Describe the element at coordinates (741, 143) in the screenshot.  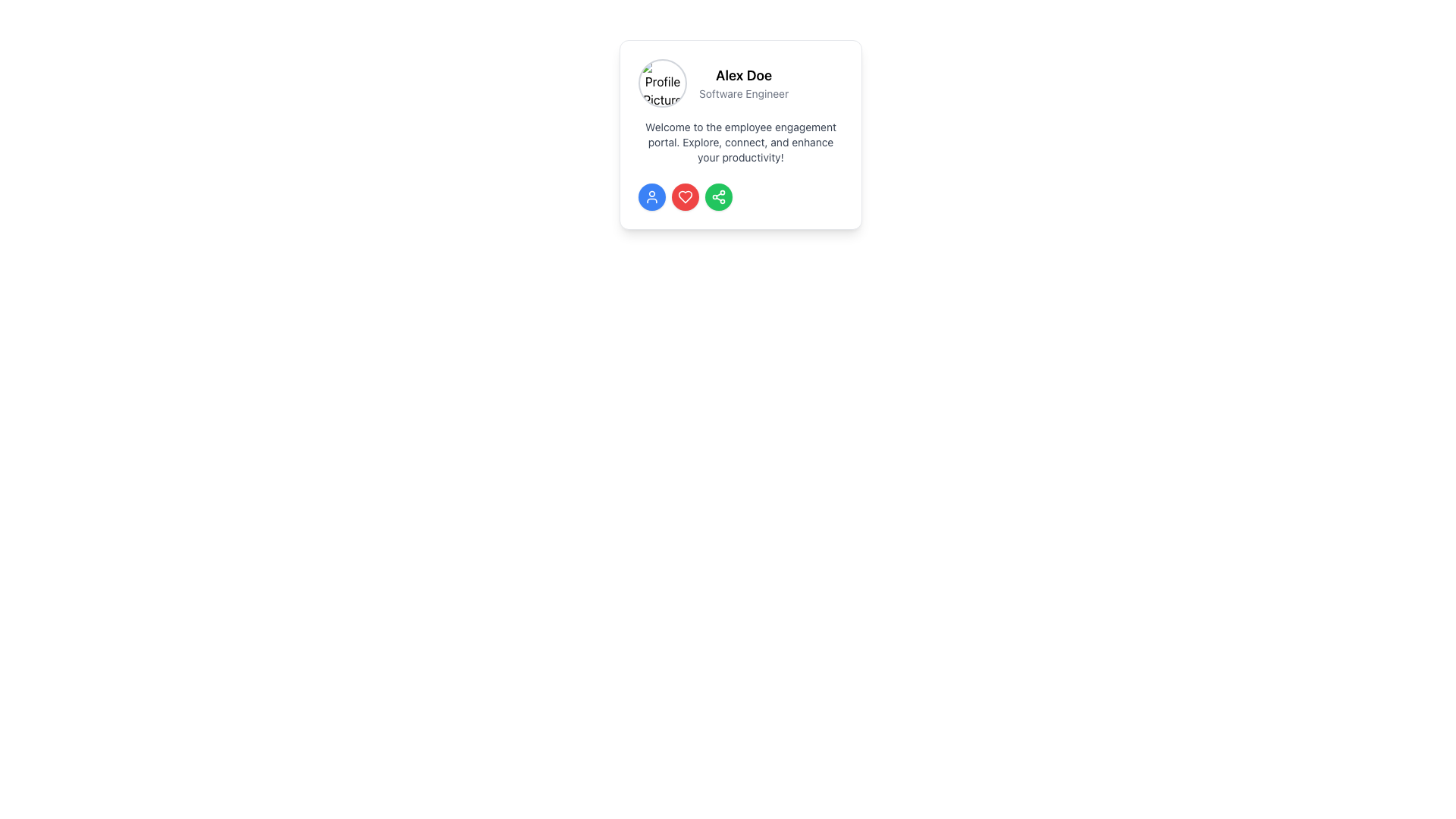
I see `greeting and description text located in the card layout above the circular colored buttons, centered under the user's name 'Alex Doe' and title 'Software Engineer'` at that location.